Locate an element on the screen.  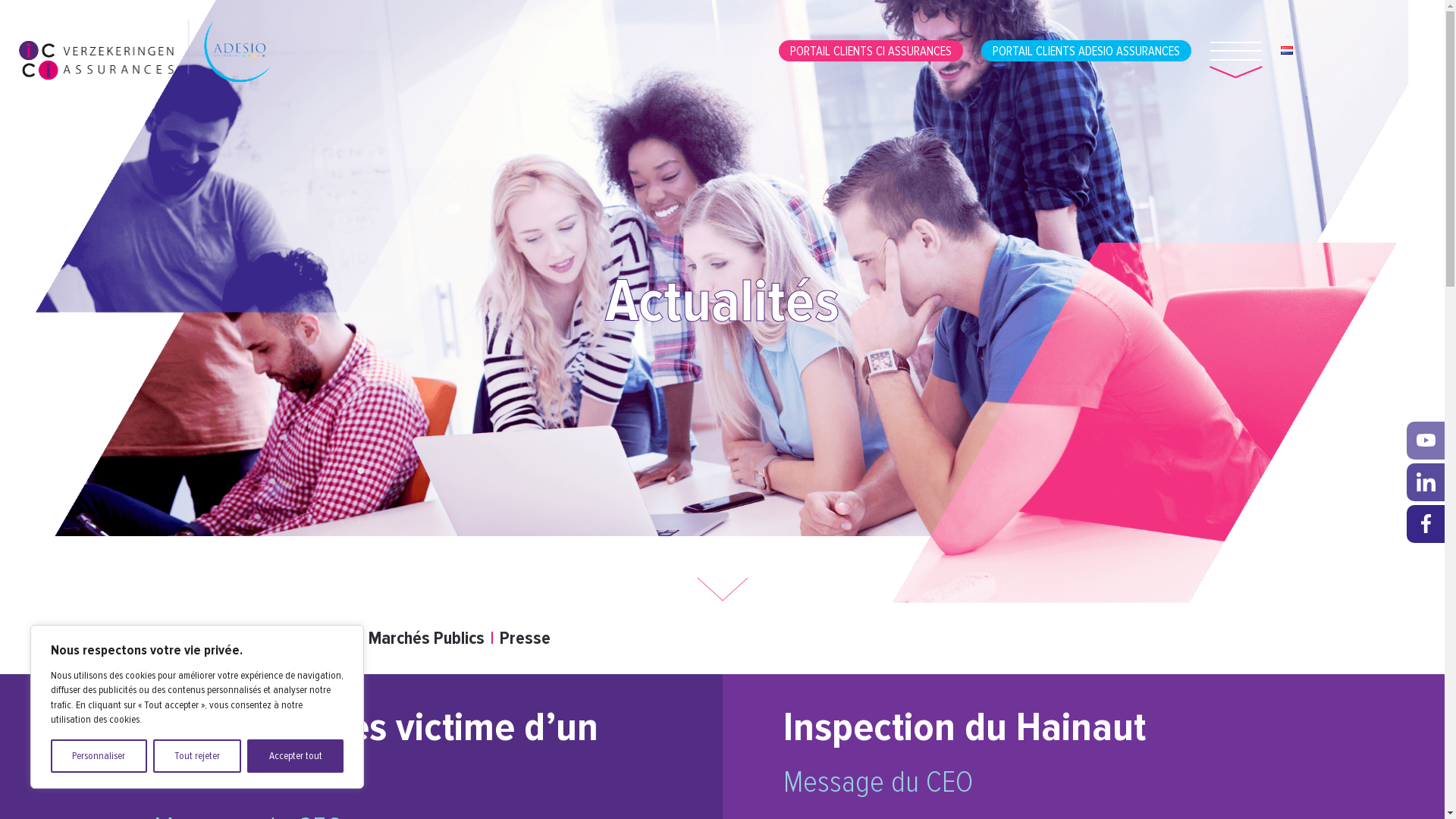
'PORTAIL CLIENTS ADESIO ASSURANCES' is located at coordinates (1085, 50).